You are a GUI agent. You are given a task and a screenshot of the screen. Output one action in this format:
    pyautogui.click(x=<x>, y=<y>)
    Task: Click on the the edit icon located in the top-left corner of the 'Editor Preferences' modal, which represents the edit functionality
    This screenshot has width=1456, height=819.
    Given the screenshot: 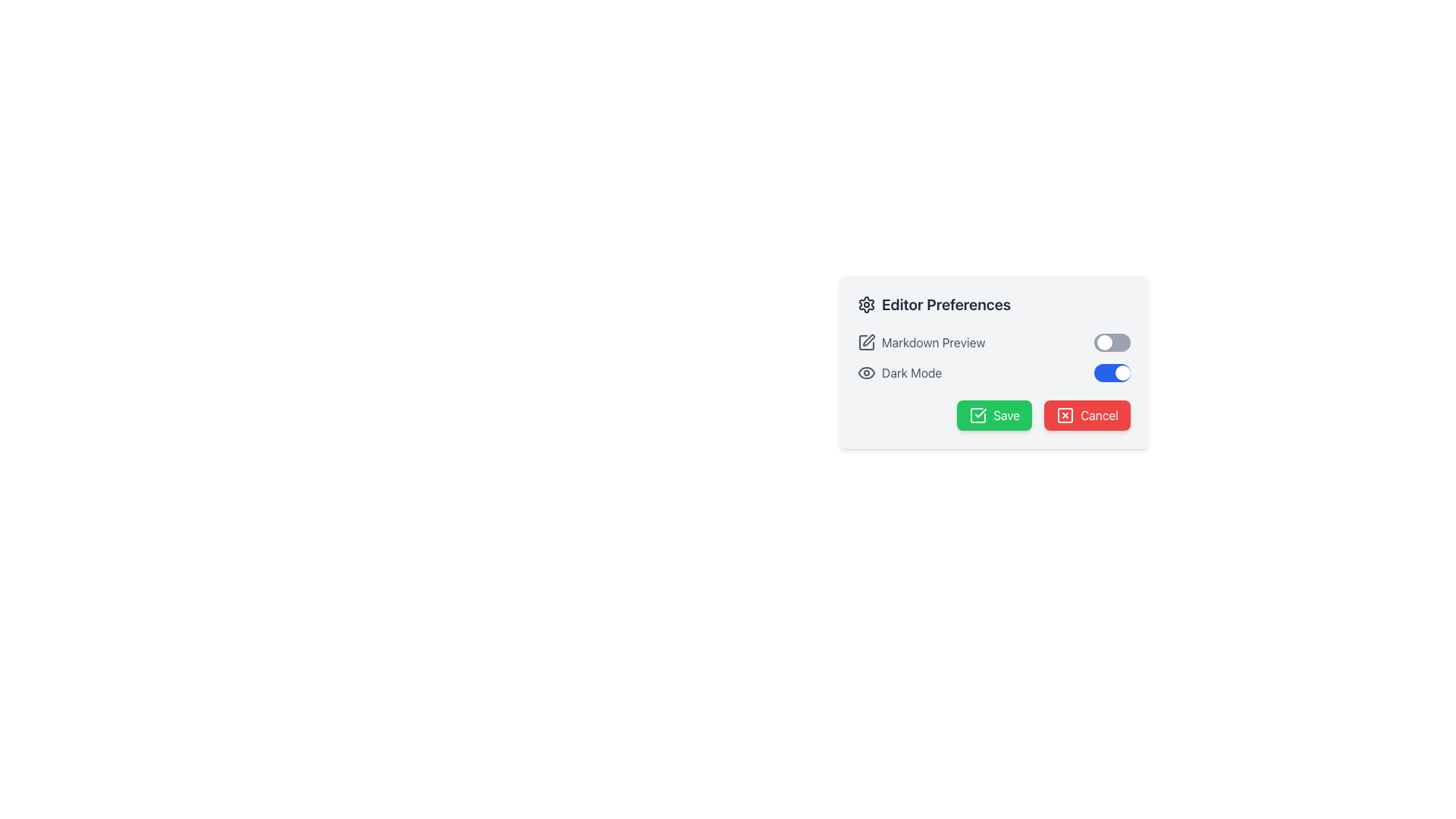 What is the action you would take?
    pyautogui.click(x=869, y=339)
    